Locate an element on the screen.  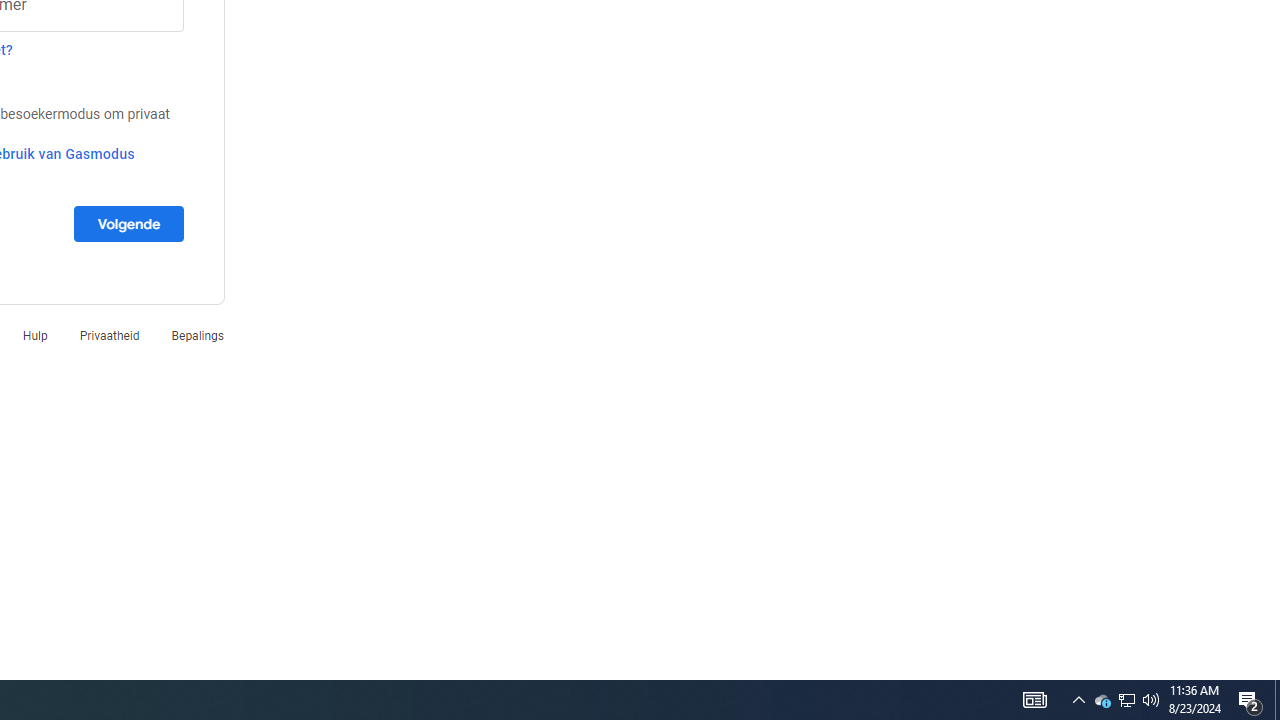
'Action Center, 2 new notifications' is located at coordinates (1250, 698).